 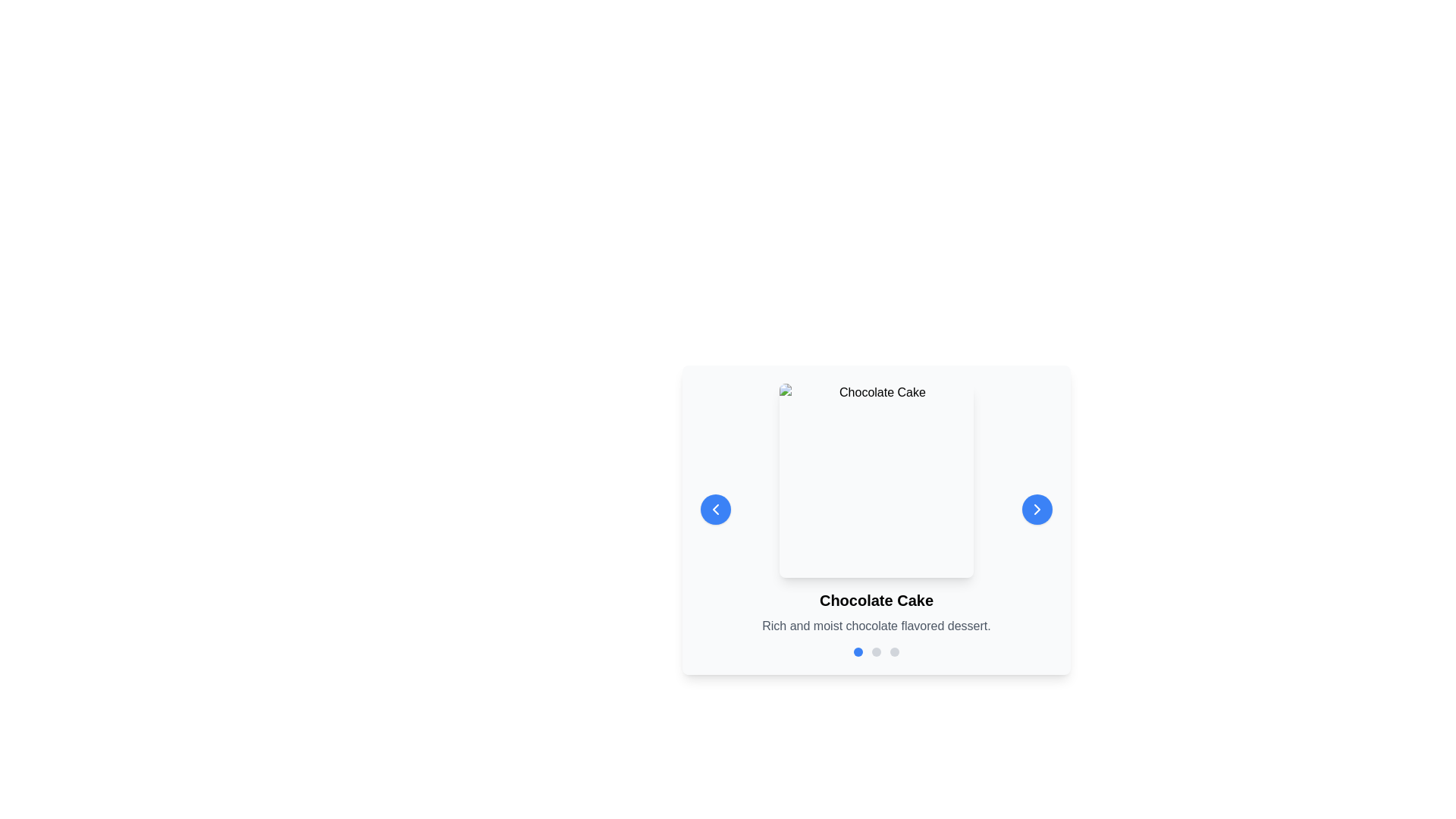 What do you see at coordinates (877, 651) in the screenshot?
I see `the second Carousel indicator dot, which is a small circular dot in light gray color located below the 'Chocolate Cake' text block` at bounding box center [877, 651].